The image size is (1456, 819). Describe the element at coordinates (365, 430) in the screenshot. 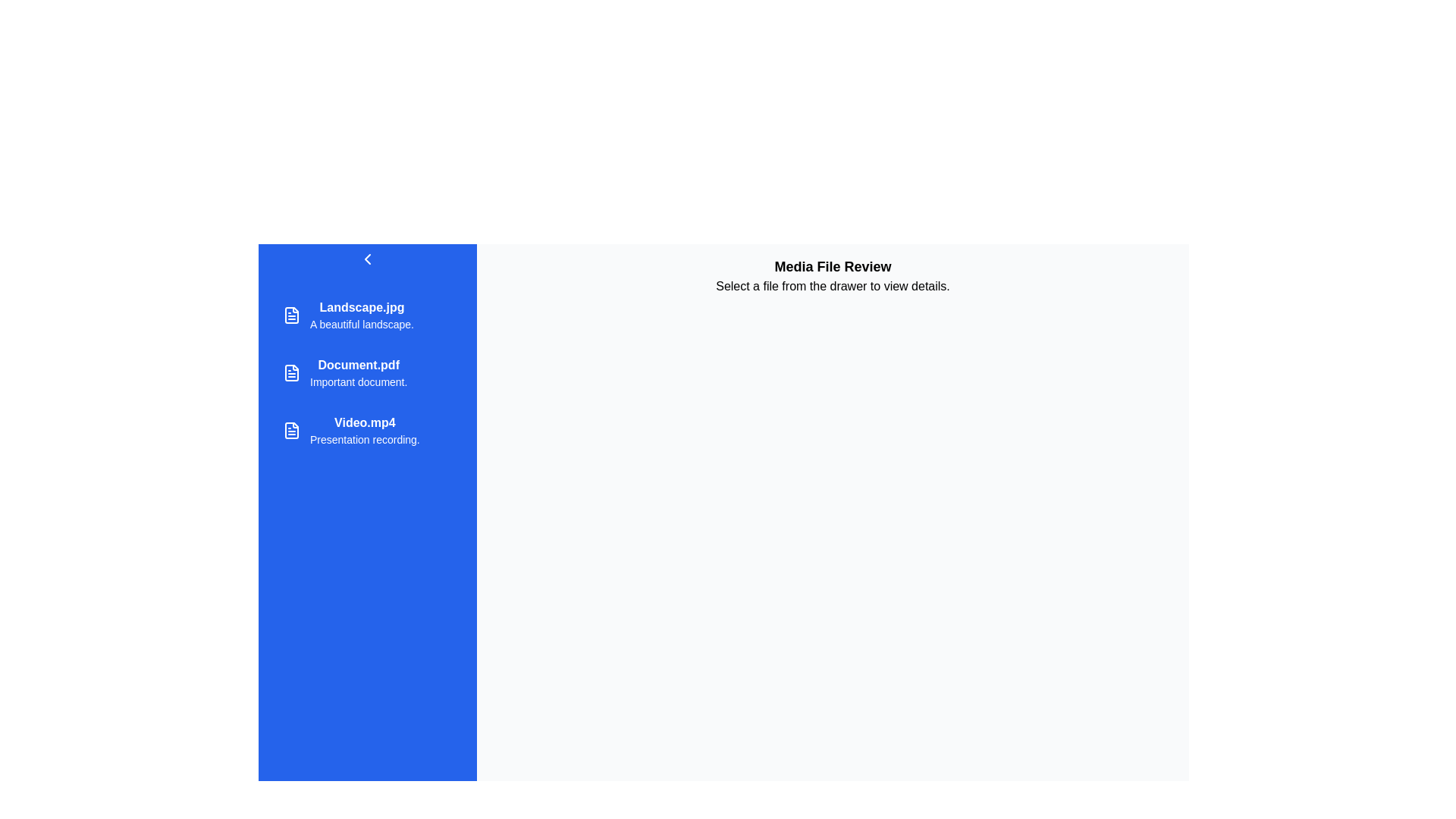

I see `the list item labeled 'Video.mp4' with the description 'Presentation recording.' located in the left sidebar menu, specifically the third entry in the vertical list` at that location.